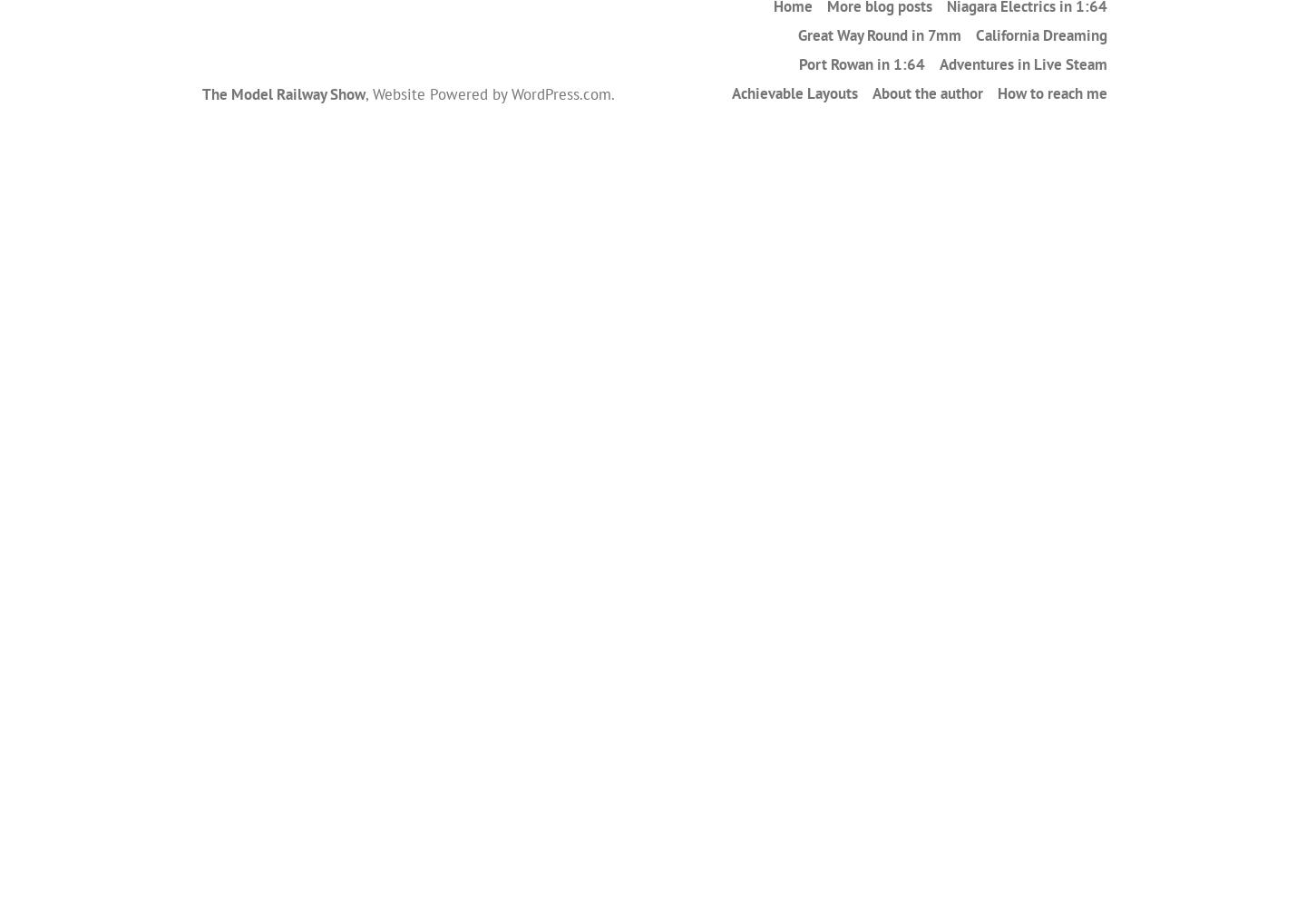 This screenshot has width=1316, height=907. I want to click on 'How to reach me', so click(1050, 92).